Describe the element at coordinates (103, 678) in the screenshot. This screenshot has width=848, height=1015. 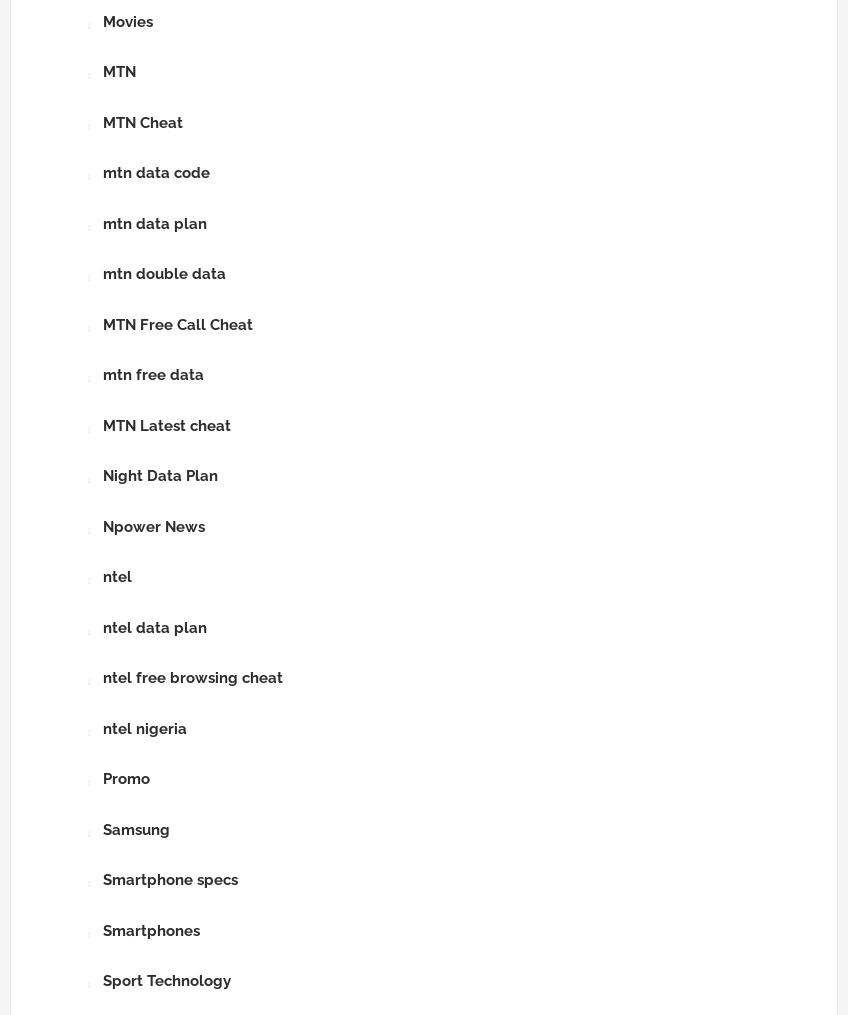
I see `'ntel free browsing cheat'` at that location.